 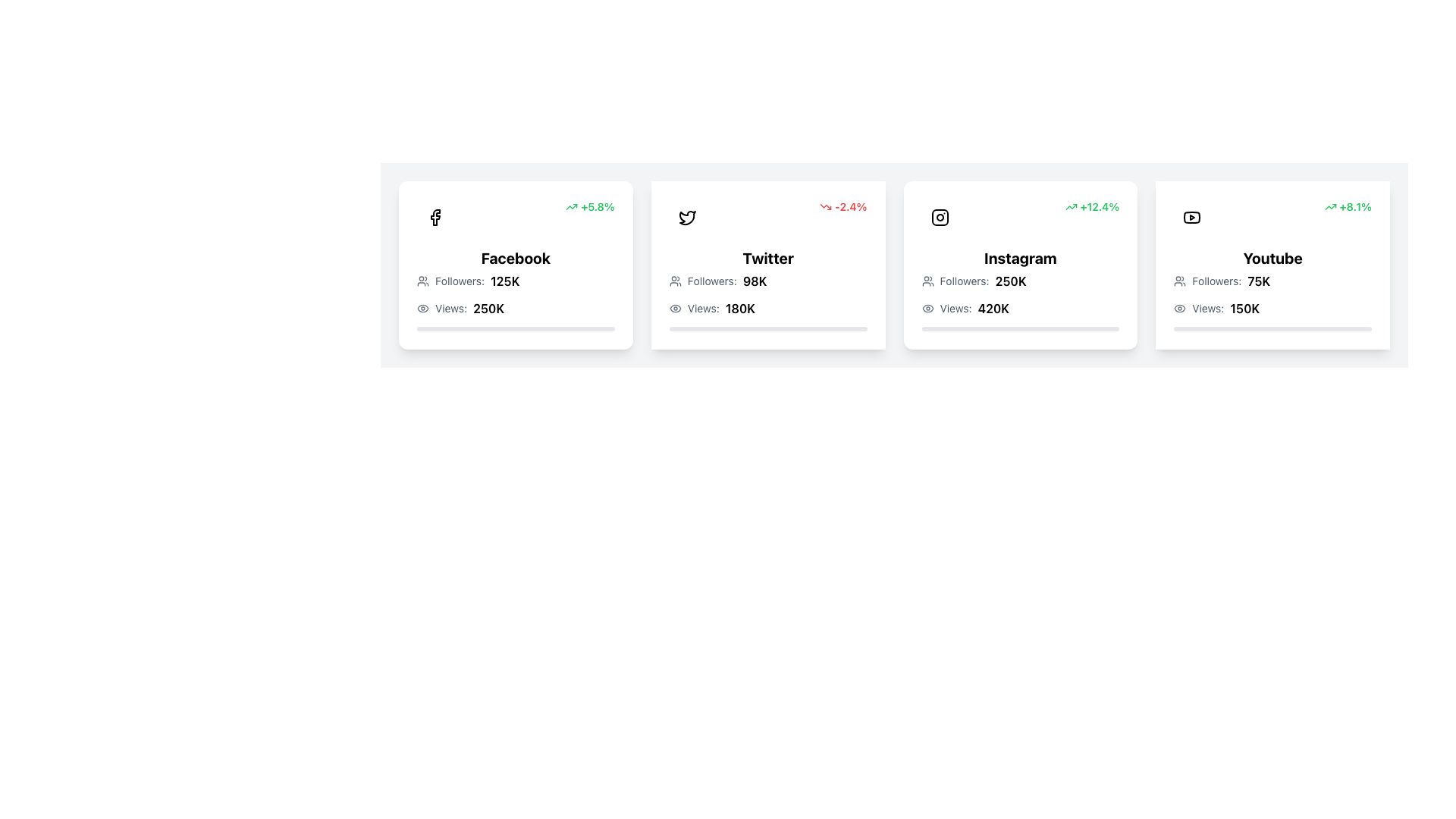 I want to click on the followers count icon located within the 'Youtube' card, which is directly to the left of the 'Followers: 75K' text, so click(x=1179, y=281).